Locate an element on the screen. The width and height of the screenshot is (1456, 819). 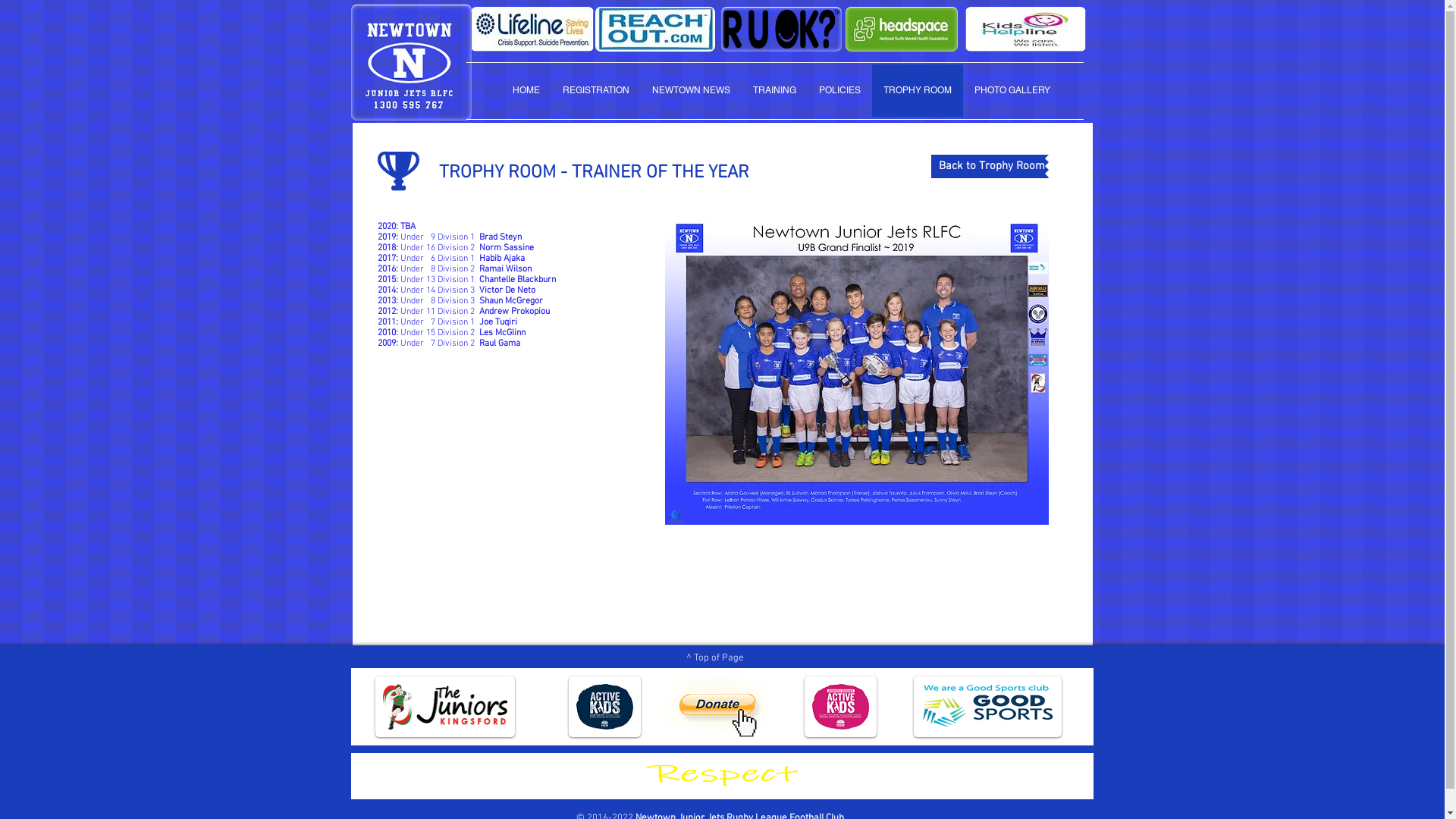
'good sports club.png' is located at coordinates (987, 707).